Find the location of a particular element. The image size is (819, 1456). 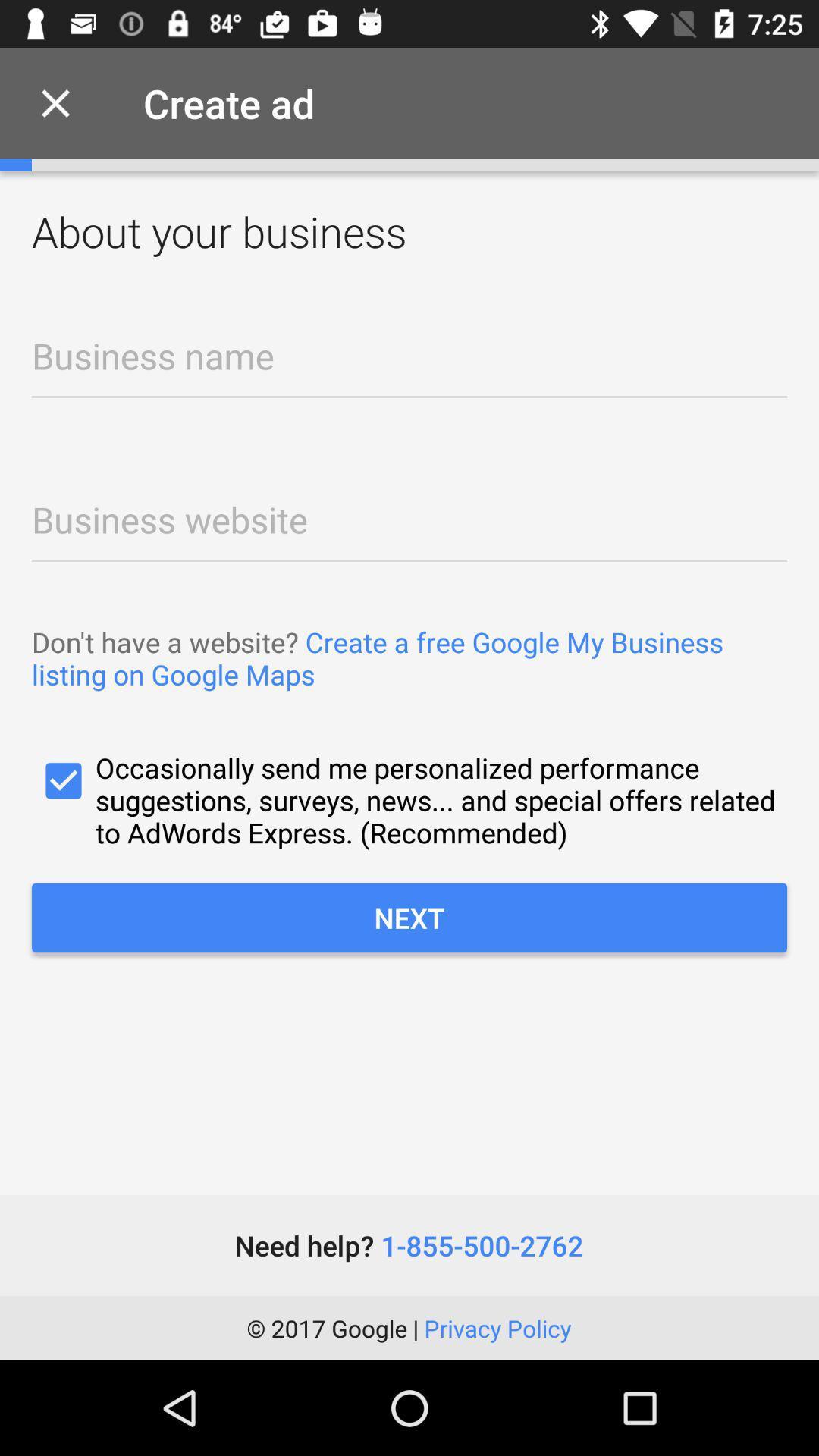

don t have item is located at coordinates (409, 658).